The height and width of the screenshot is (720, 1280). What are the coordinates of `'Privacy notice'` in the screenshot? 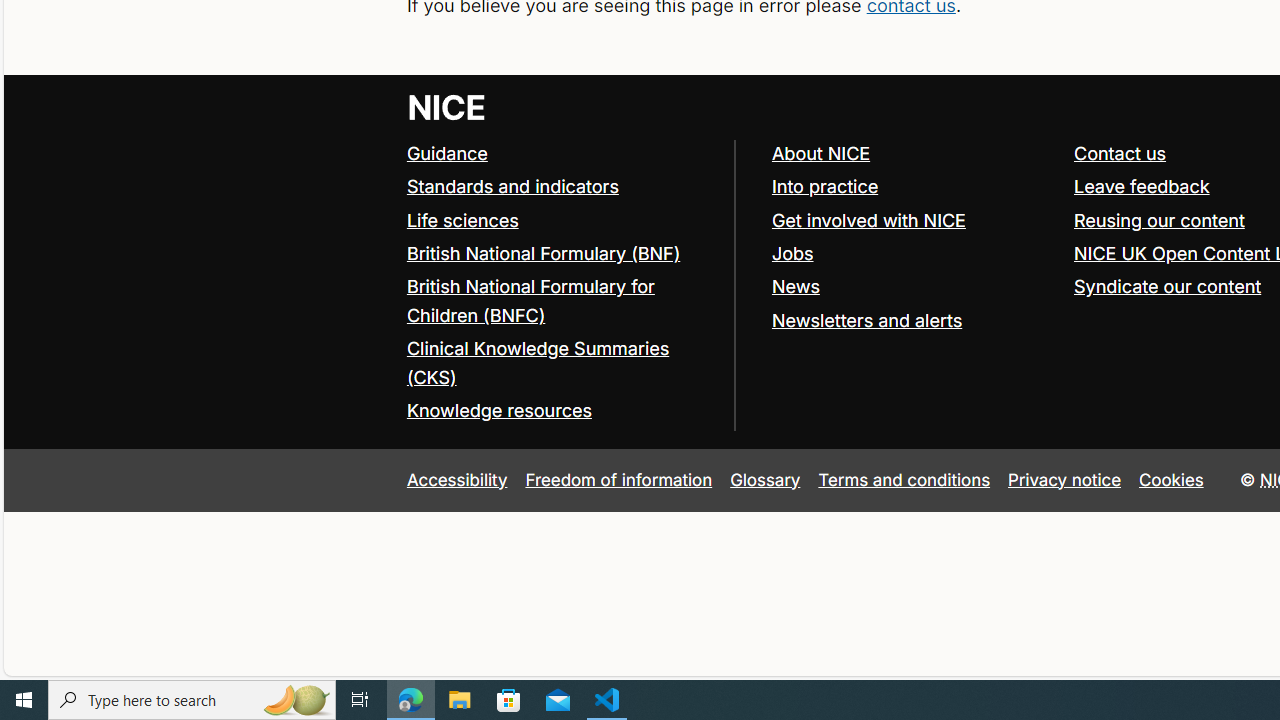 It's located at (1064, 479).